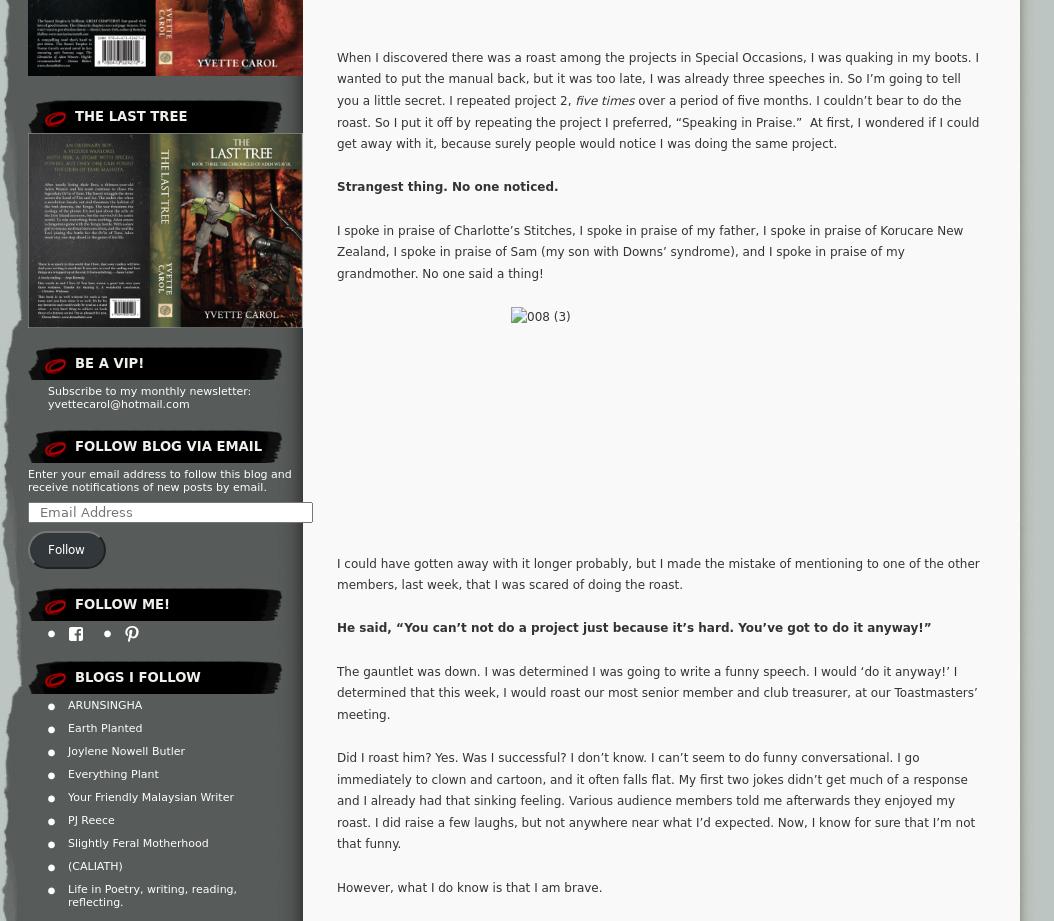  Describe the element at coordinates (66, 796) in the screenshot. I see `'Your Friendly Malaysian Writer'` at that location.